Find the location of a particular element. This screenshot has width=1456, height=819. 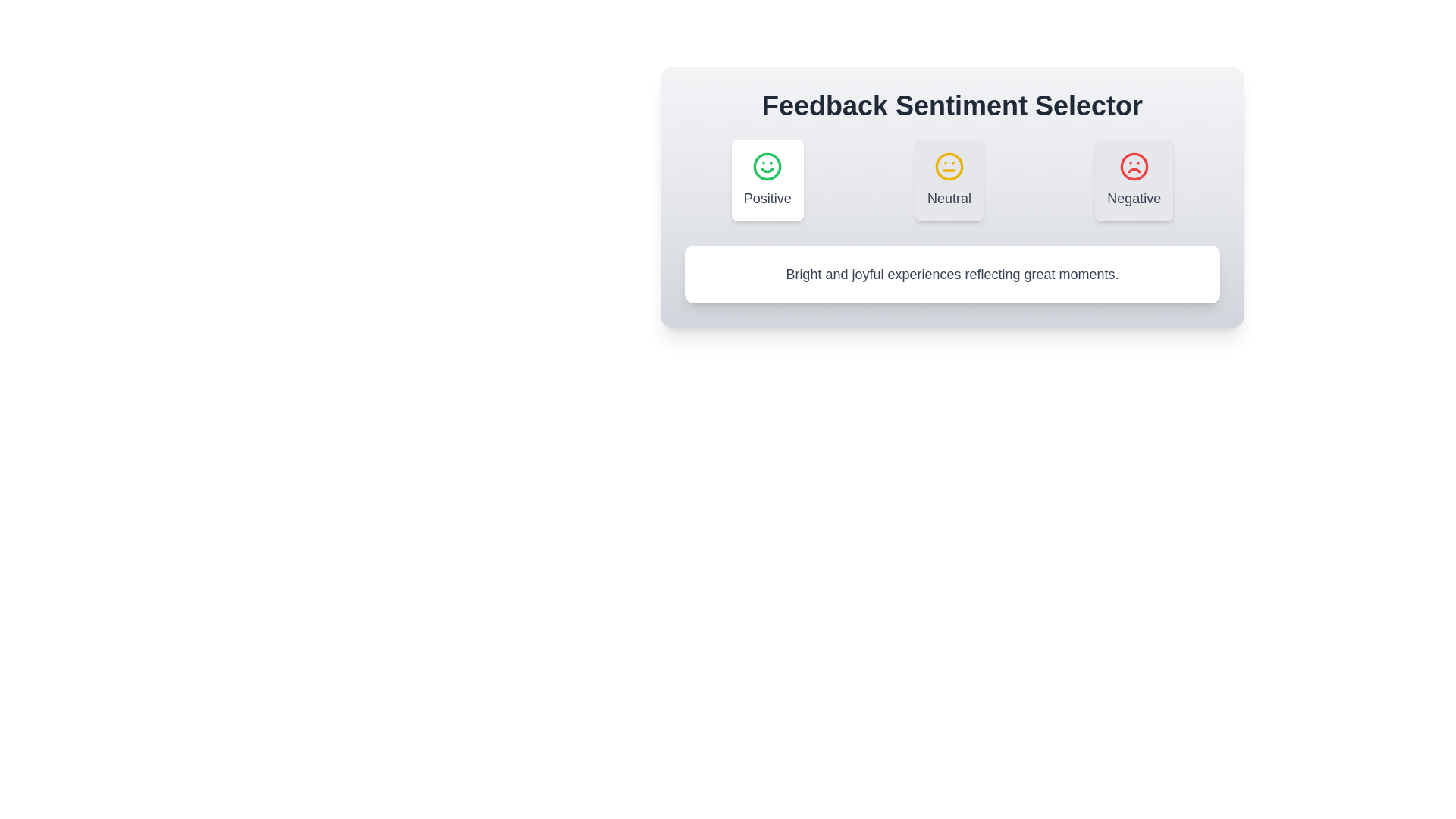

the Neutral tab to observe visual feedback is located at coordinates (949, 180).